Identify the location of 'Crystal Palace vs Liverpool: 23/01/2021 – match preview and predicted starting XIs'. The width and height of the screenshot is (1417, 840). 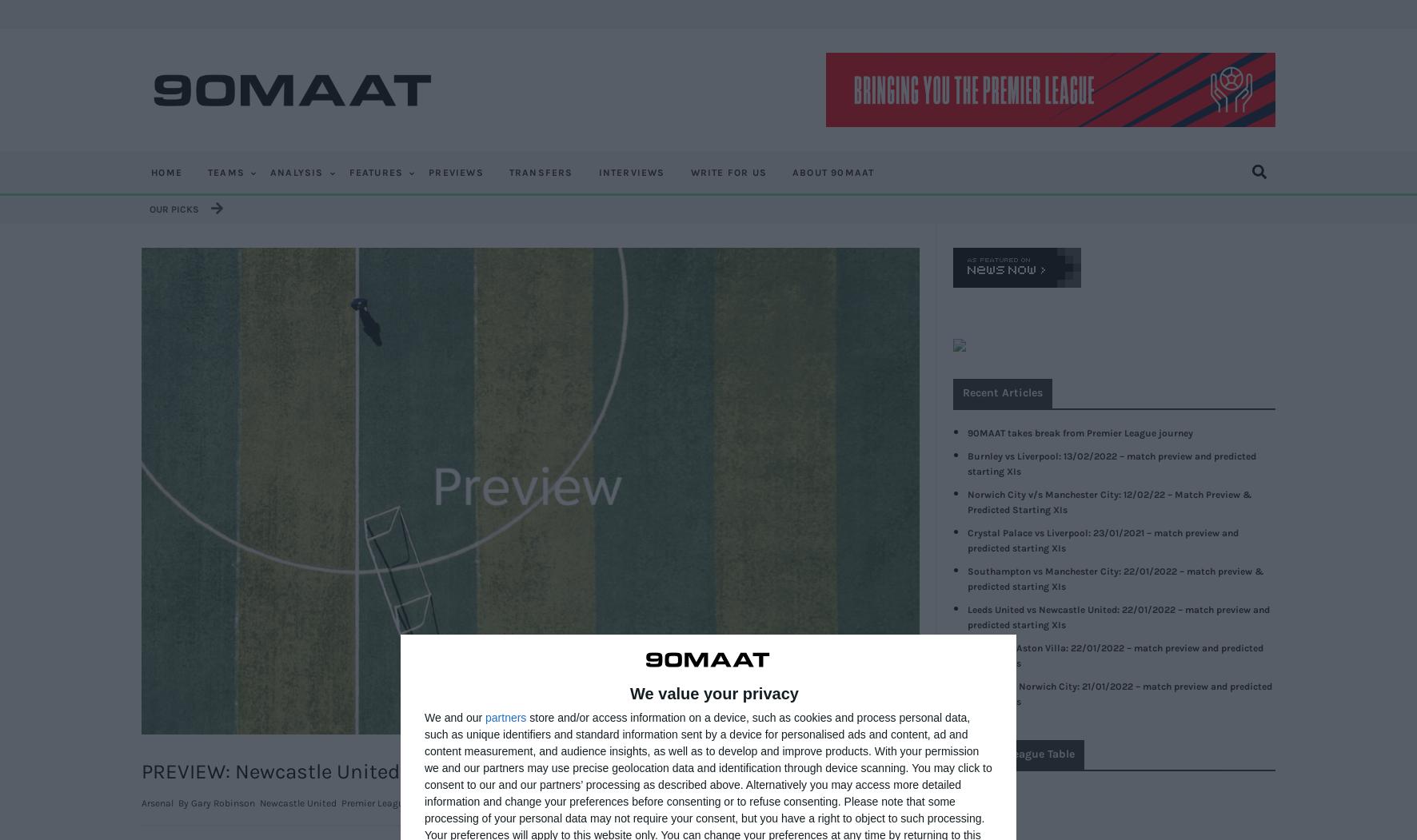
(966, 539).